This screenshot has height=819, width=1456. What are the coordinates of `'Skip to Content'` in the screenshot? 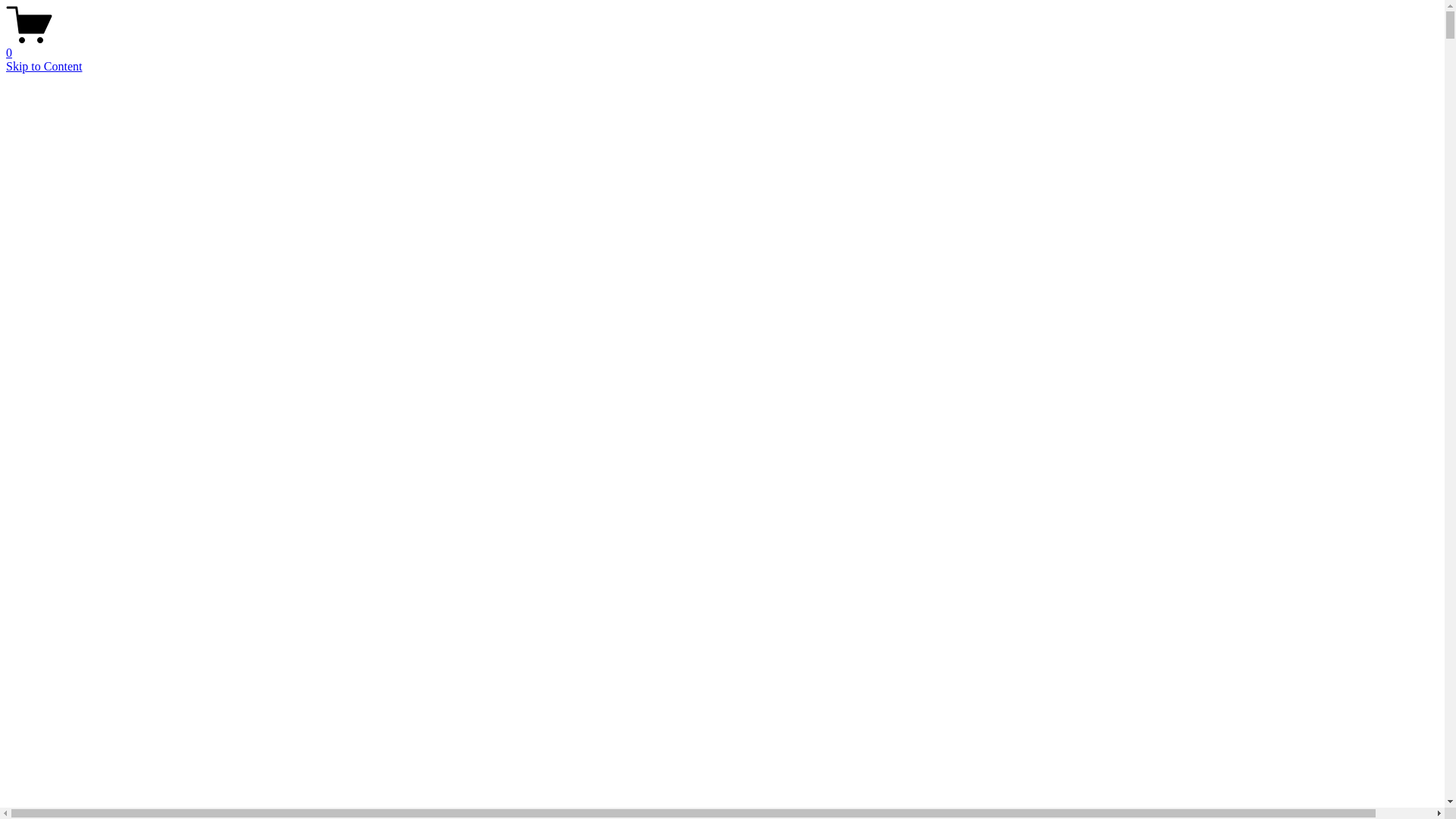 It's located at (43, 65).